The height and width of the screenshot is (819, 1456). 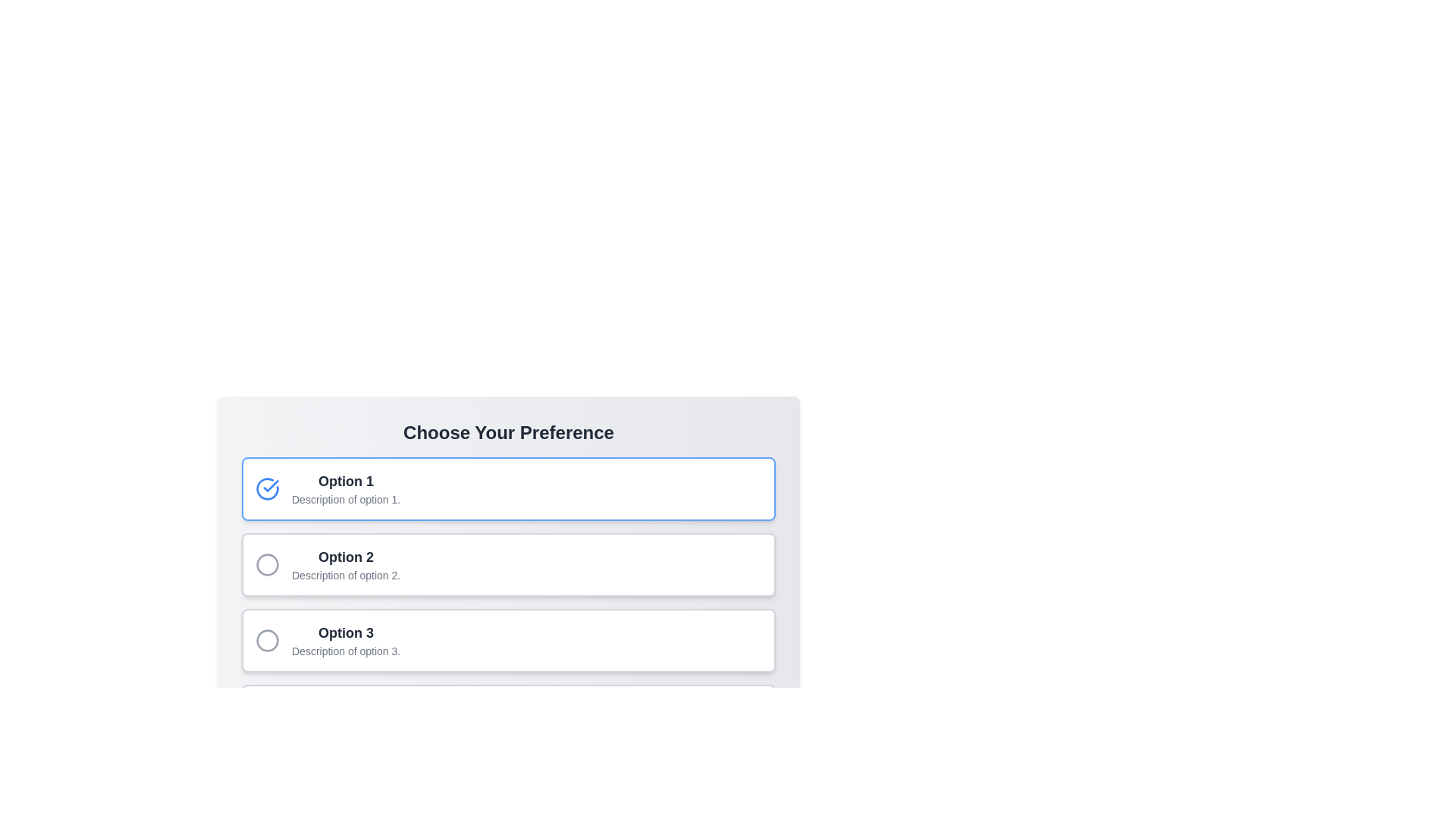 What do you see at coordinates (509, 564) in the screenshot?
I see `the second selectable option in the list` at bounding box center [509, 564].